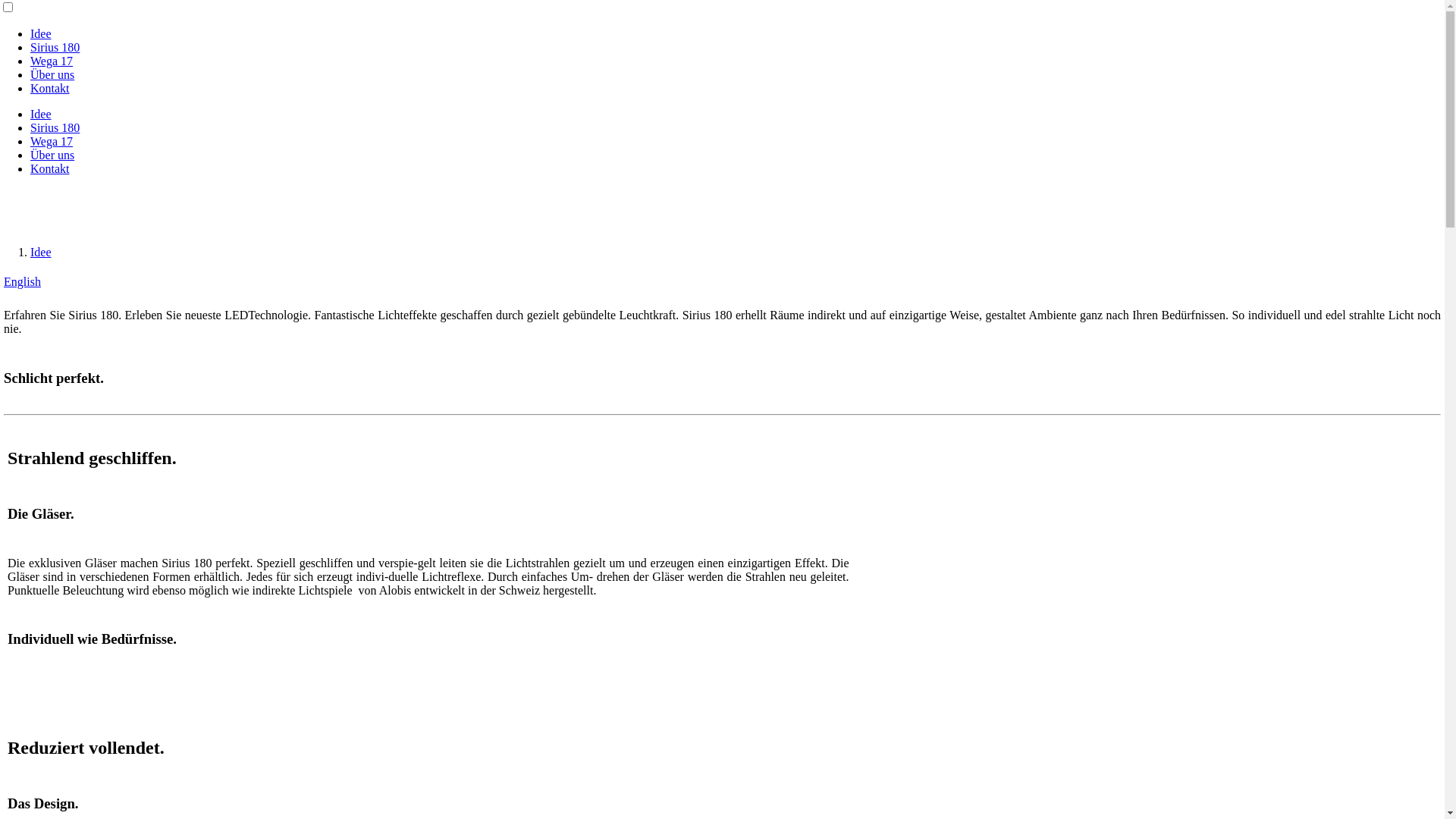 This screenshot has width=1456, height=819. Describe the element at coordinates (50, 168) in the screenshot. I see `'Kontakt'` at that location.